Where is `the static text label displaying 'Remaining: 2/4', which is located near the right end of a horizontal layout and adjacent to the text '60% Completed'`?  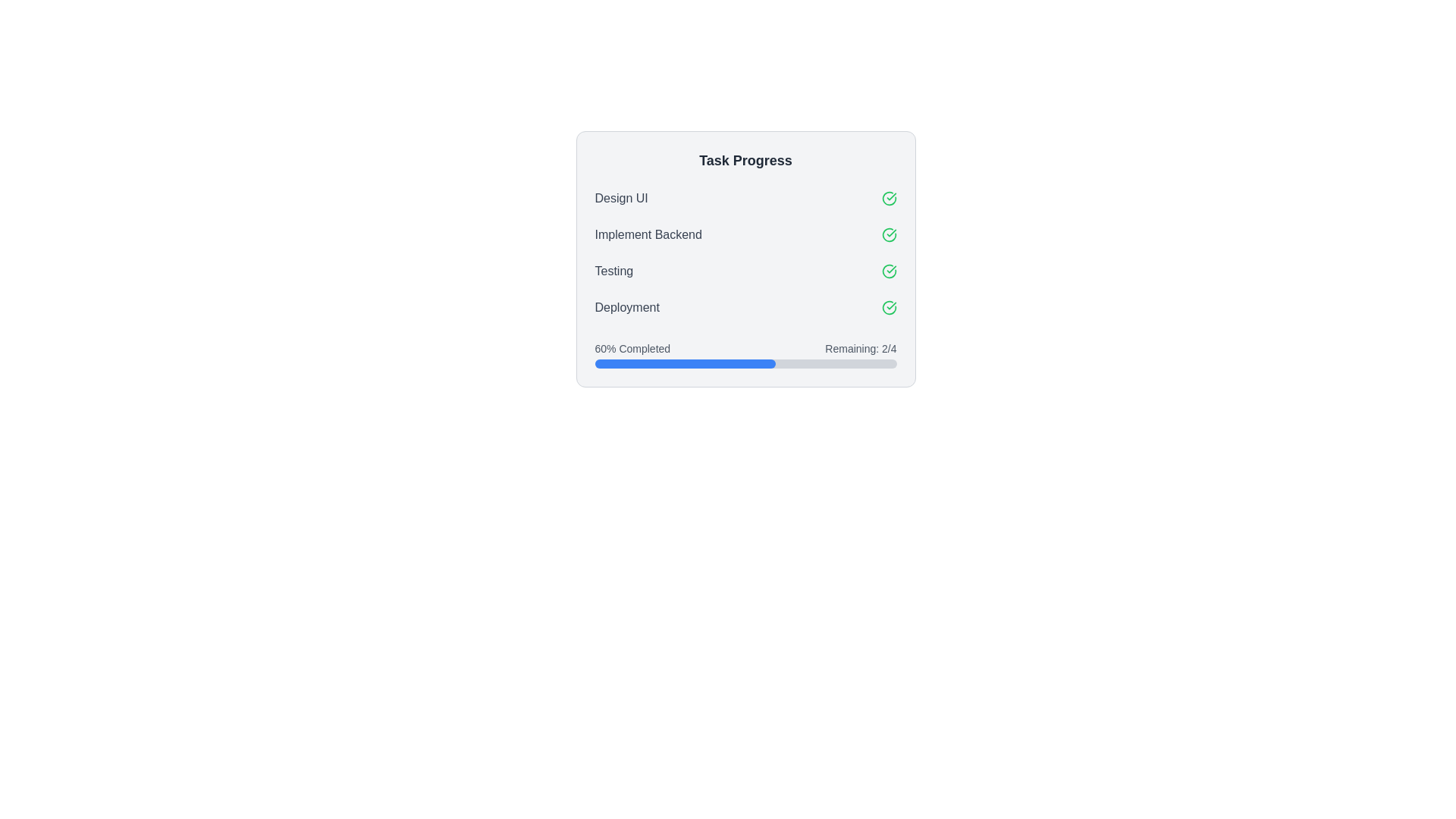
the static text label displaying 'Remaining: 2/4', which is located near the right end of a horizontal layout and adjacent to the text '60% Completed' is located at coordinates (861, 348).